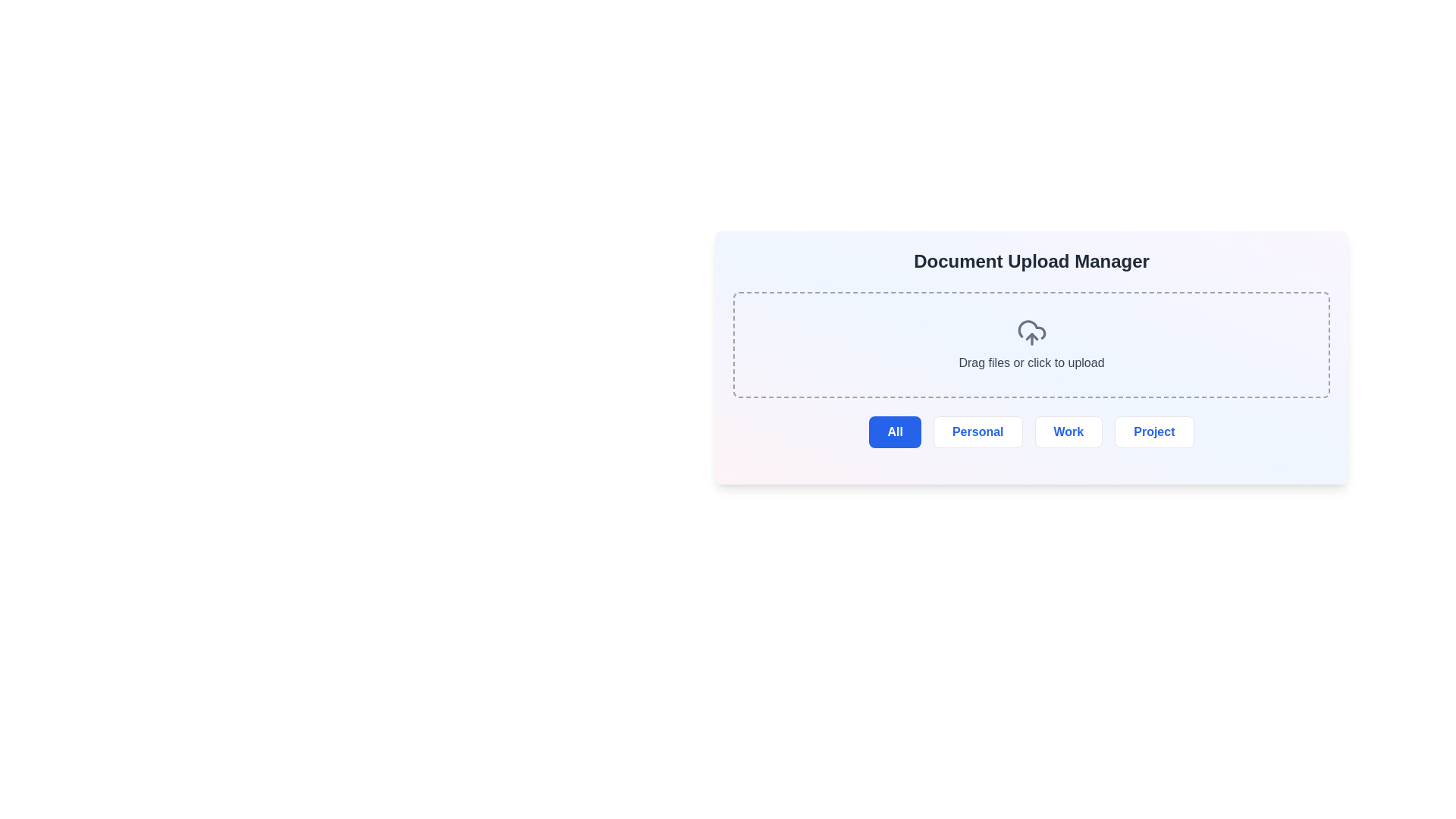  I want to click on the 'All' button, so click(895, 432).